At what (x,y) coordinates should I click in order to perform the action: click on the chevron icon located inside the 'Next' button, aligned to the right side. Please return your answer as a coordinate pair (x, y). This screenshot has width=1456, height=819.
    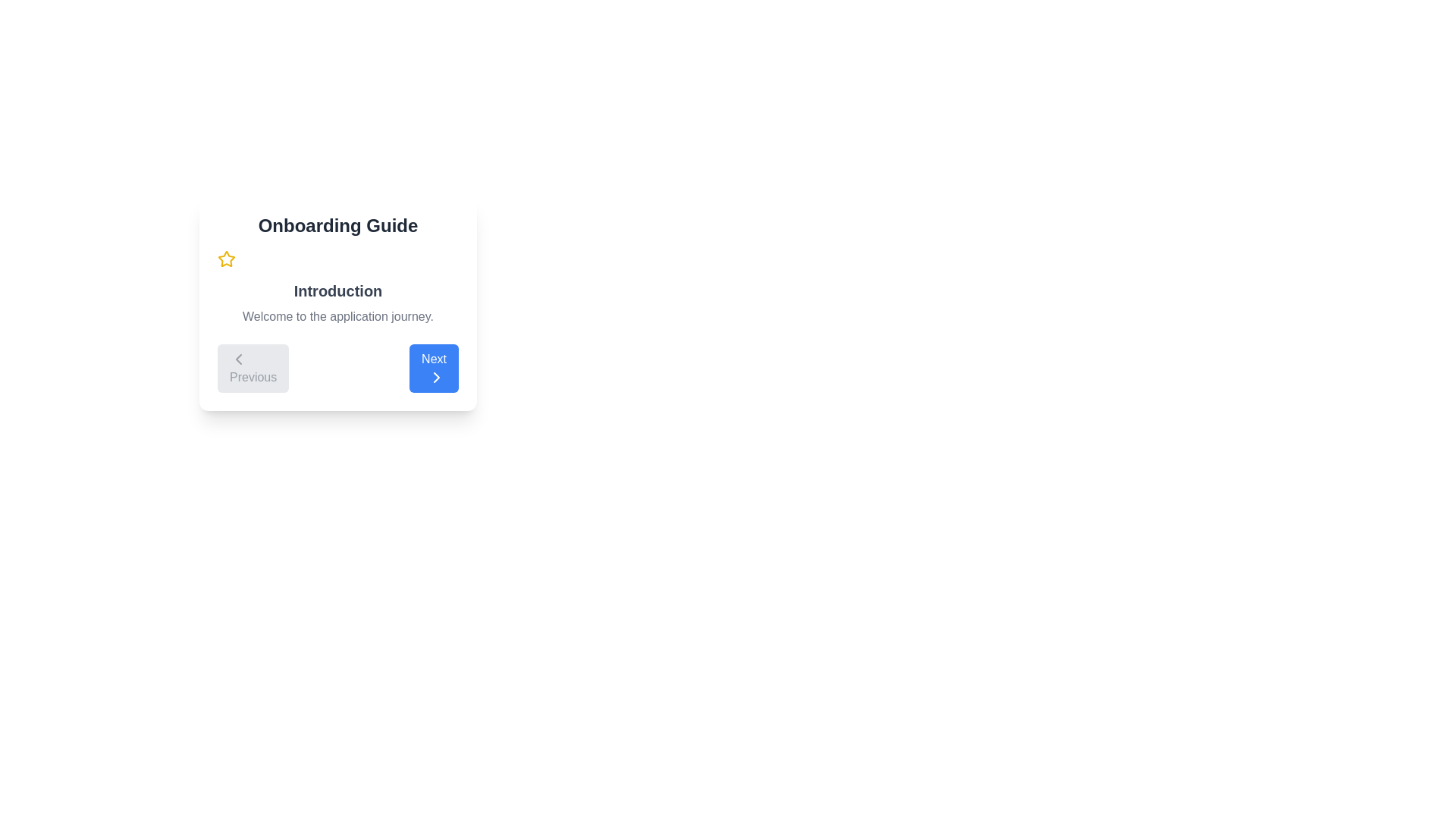
    Looking at the image, I should click on (436, 376).